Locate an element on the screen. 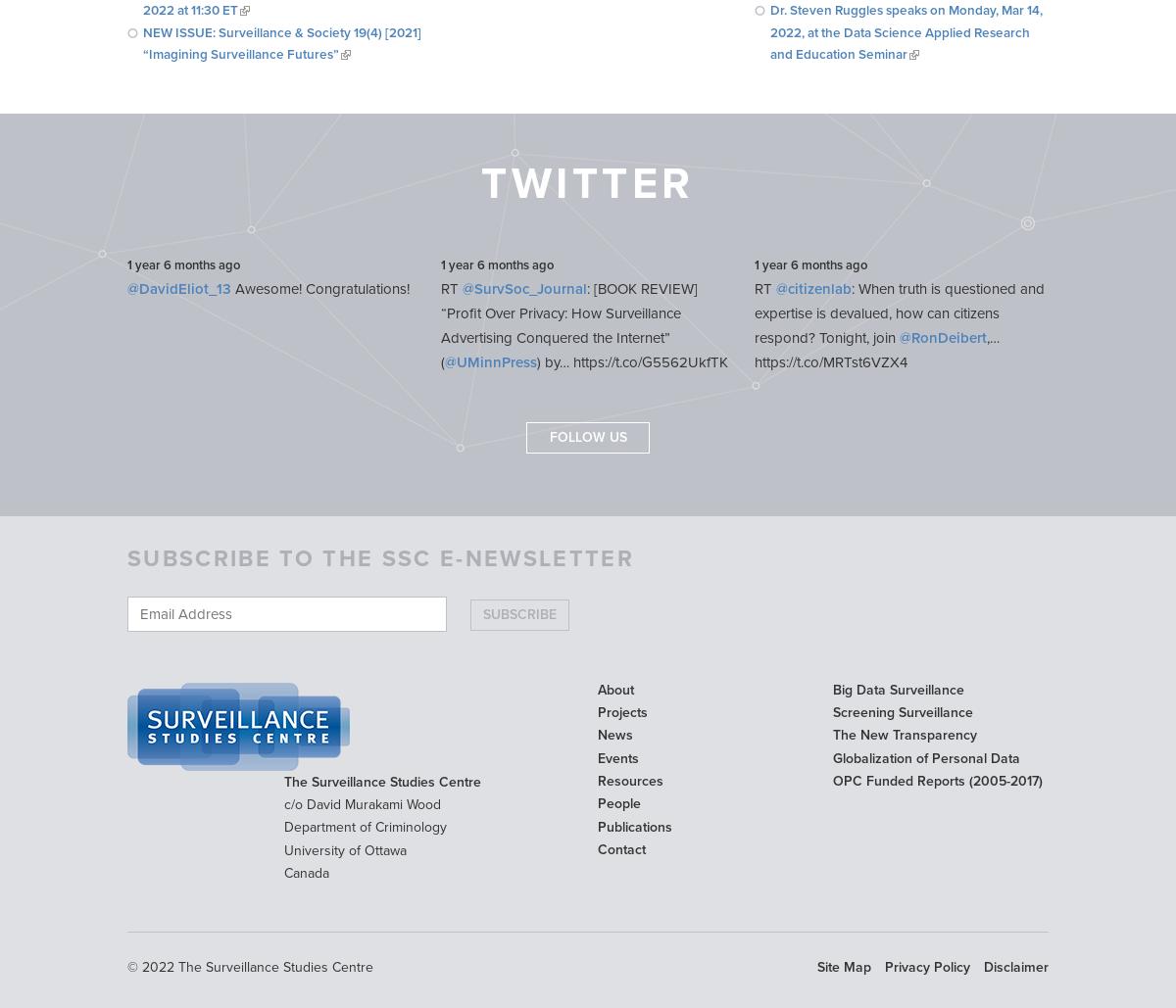 Image resolution: width=1176 pixels, height=1008 pixels. 'News' is located at coordinates (614, 735).